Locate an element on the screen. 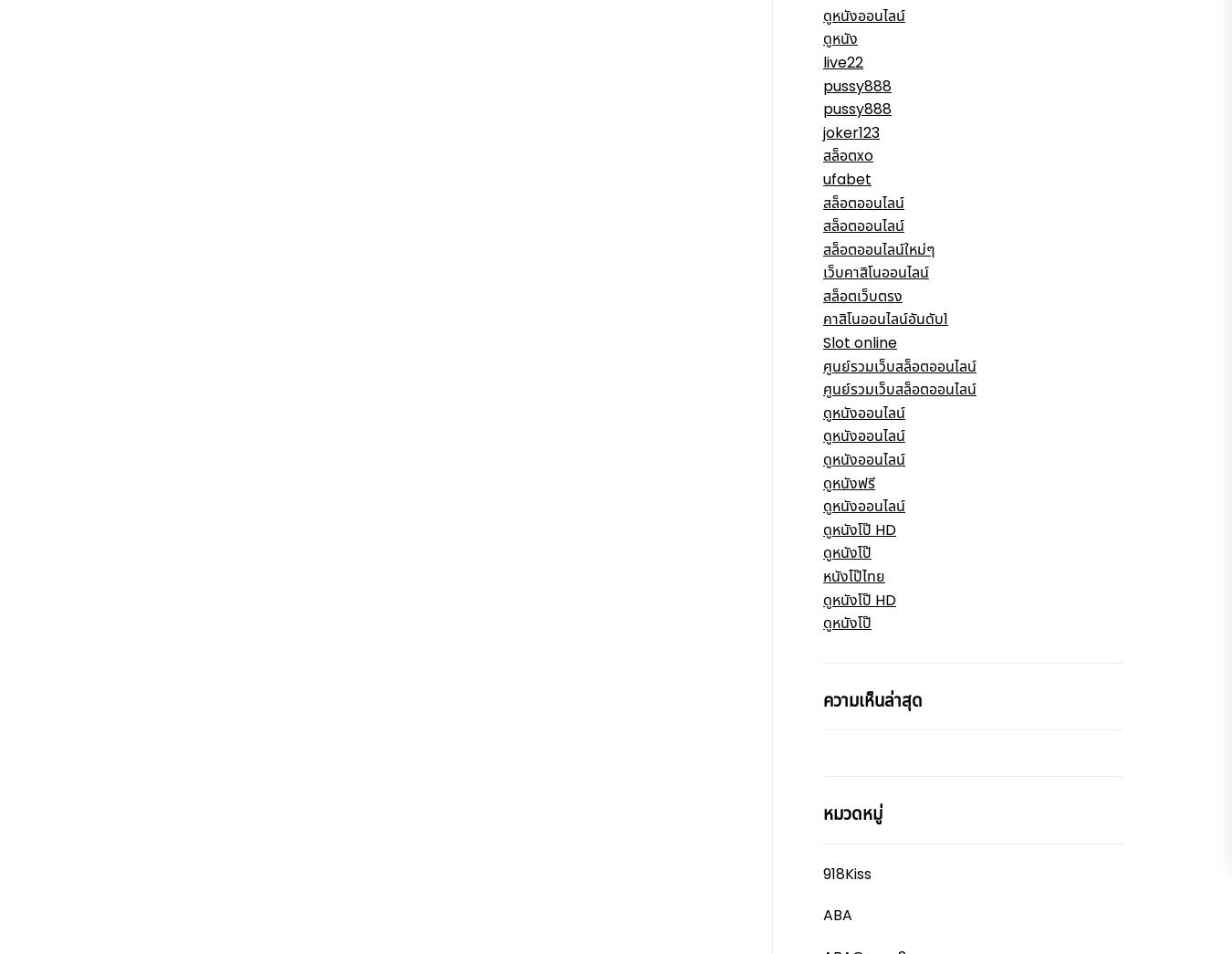 This screenshot has width=1232, height=954. 'Slot online' is located at coordinates (859, 341).